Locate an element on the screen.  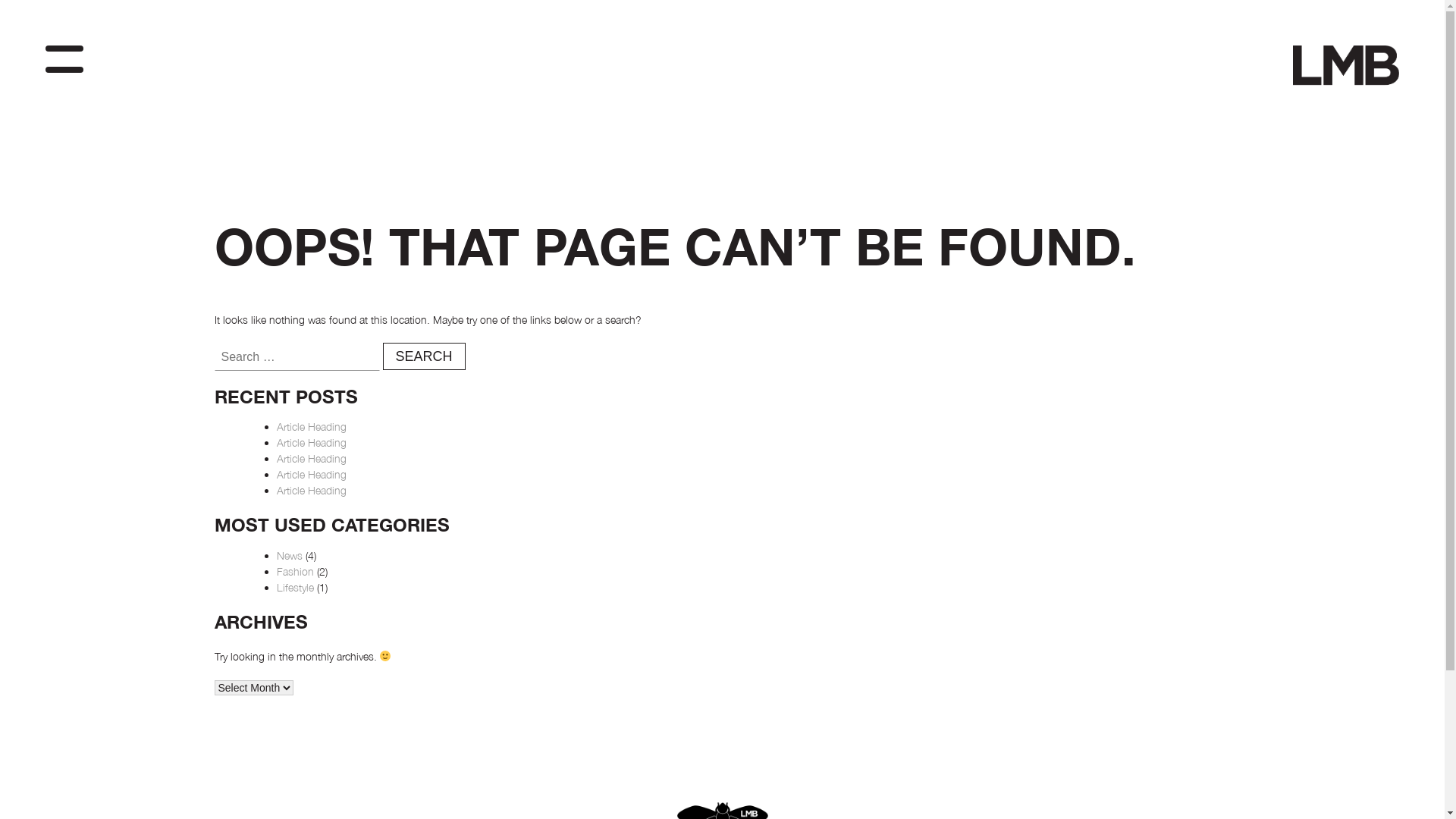
'Fashion' is located at coordinates (294, 571).